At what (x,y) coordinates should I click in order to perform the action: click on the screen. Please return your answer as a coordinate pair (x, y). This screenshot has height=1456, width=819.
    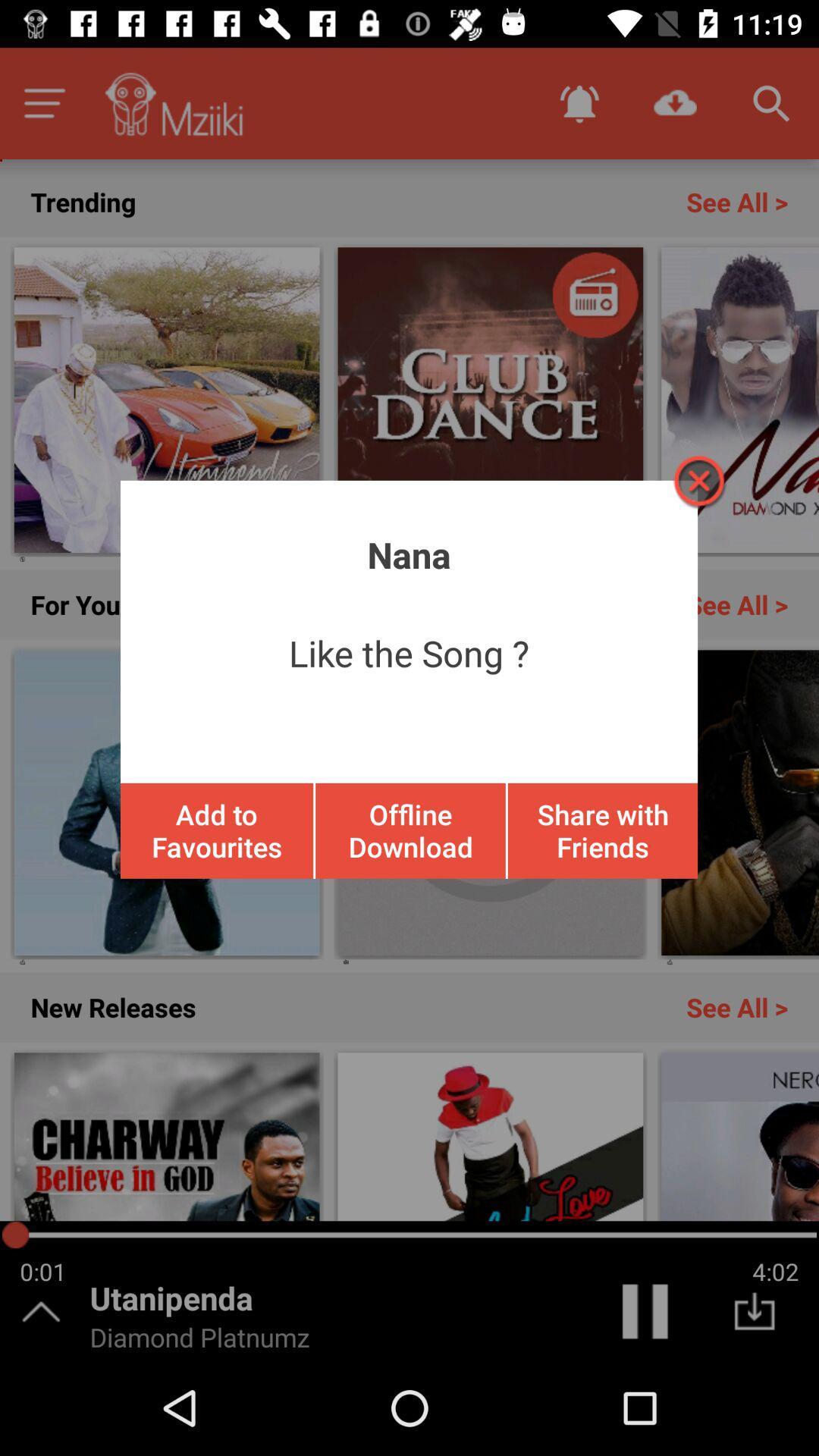
    Looking at the image, I should click on (698, 480).